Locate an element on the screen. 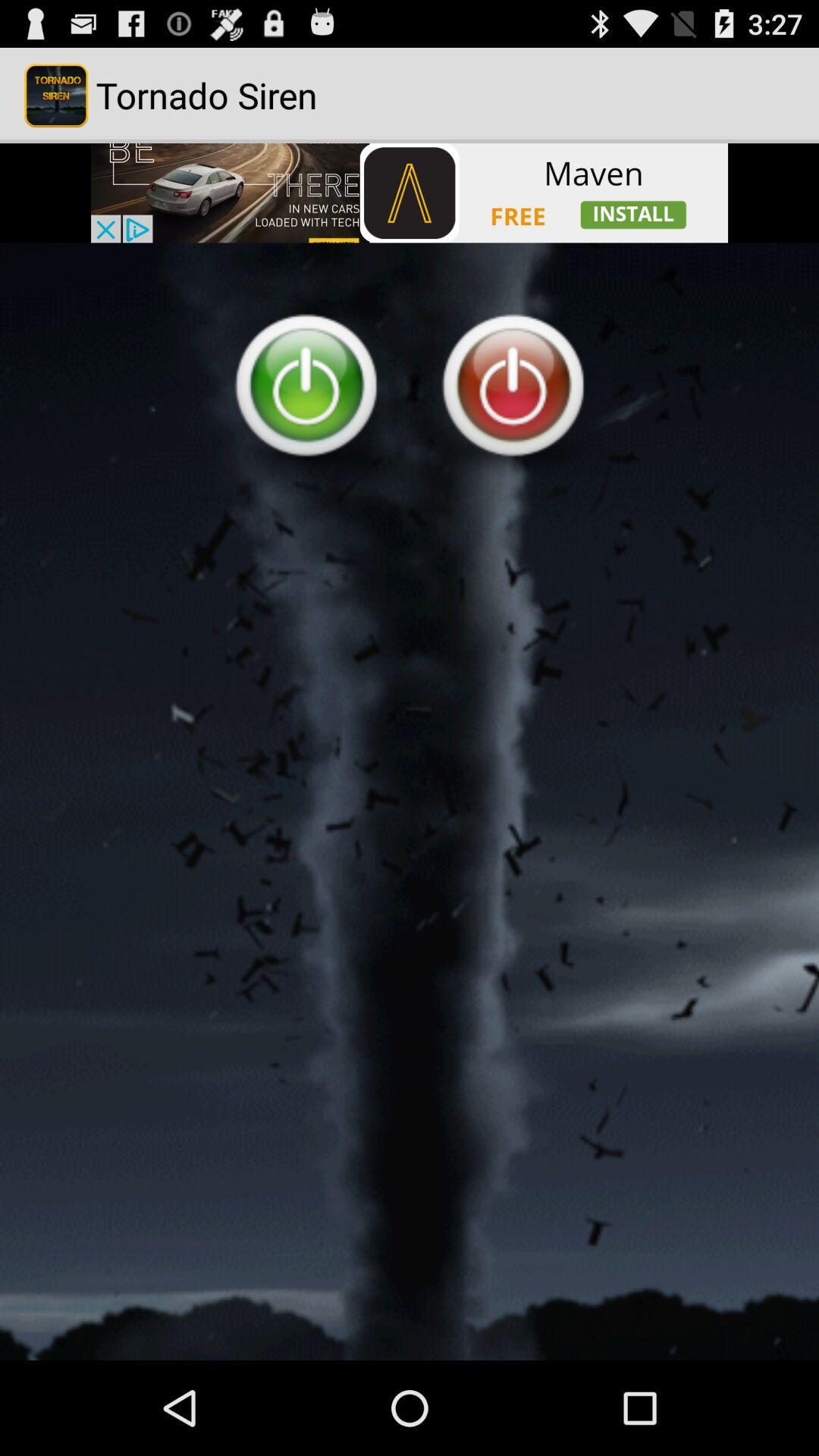 Image resolution: width=819 pixels, height=1456 pixels. backround picture is located at coordinates (409, 801).